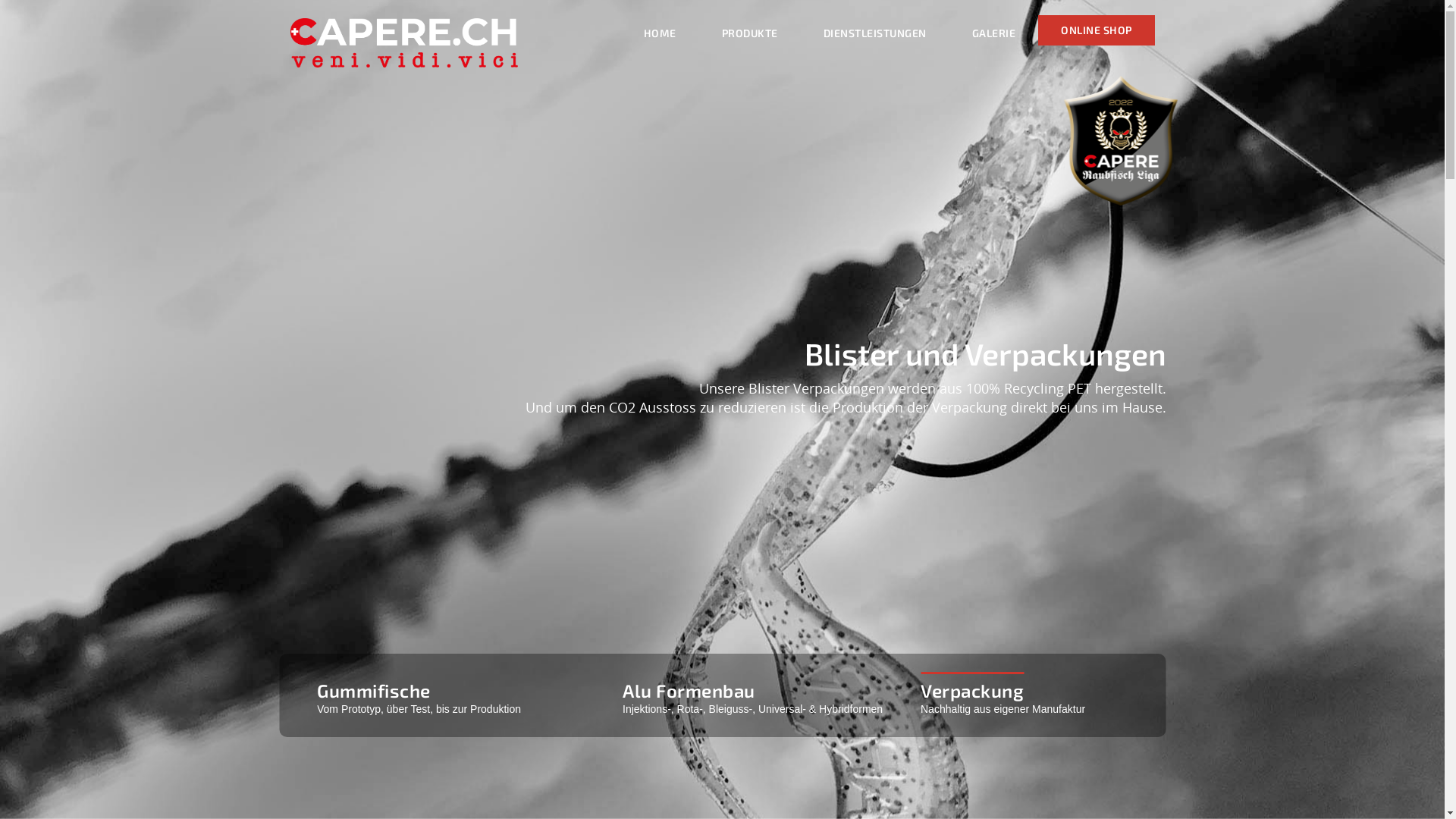  I want to click on 'GALERIE', so click(993, 33).